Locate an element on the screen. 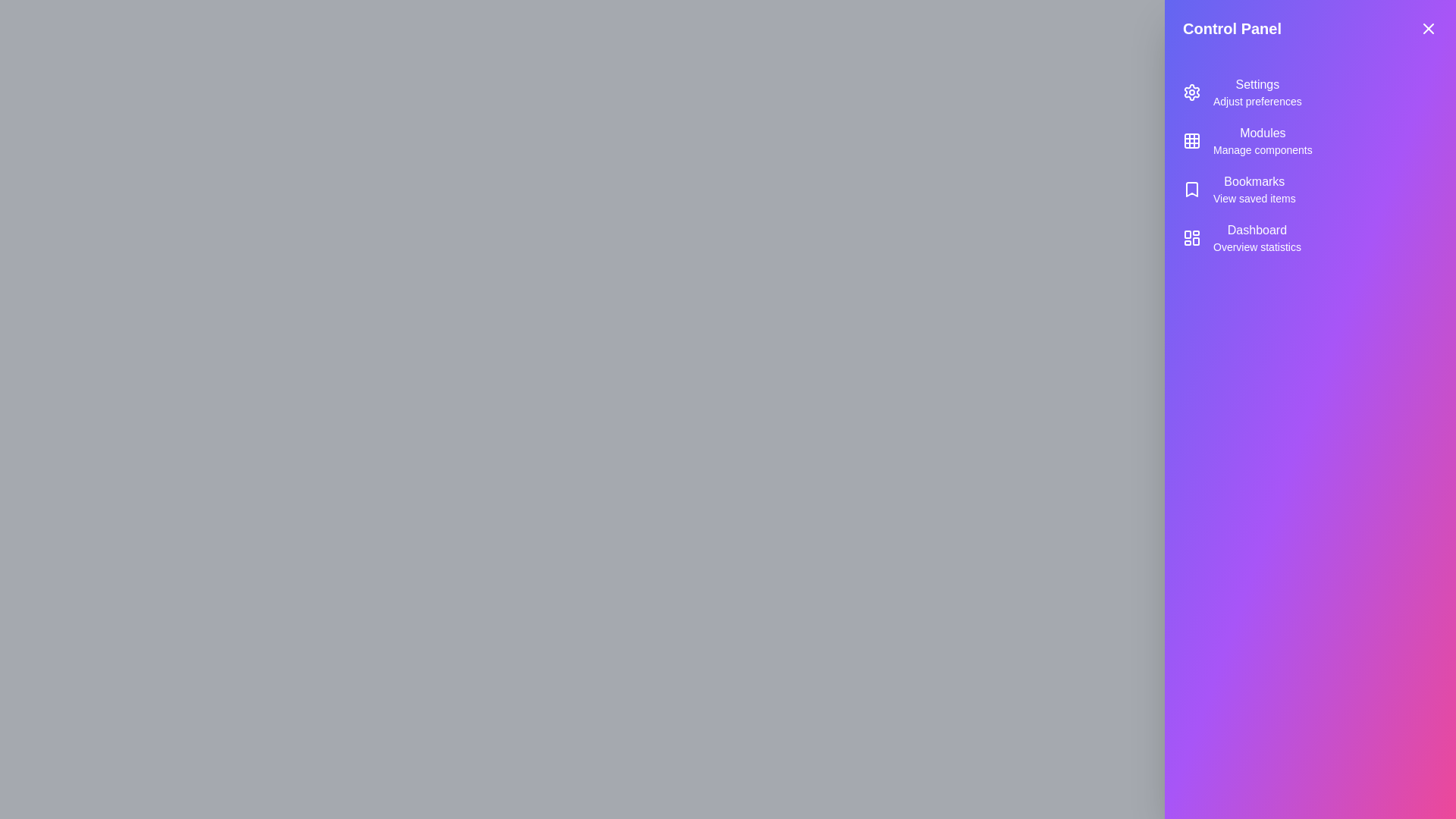 The image size is (1456, 819). the 'Dashboard' heading in the sidebar menu, which displays the text prominently against a gradient purple background is located at coordinates (1257, 231).